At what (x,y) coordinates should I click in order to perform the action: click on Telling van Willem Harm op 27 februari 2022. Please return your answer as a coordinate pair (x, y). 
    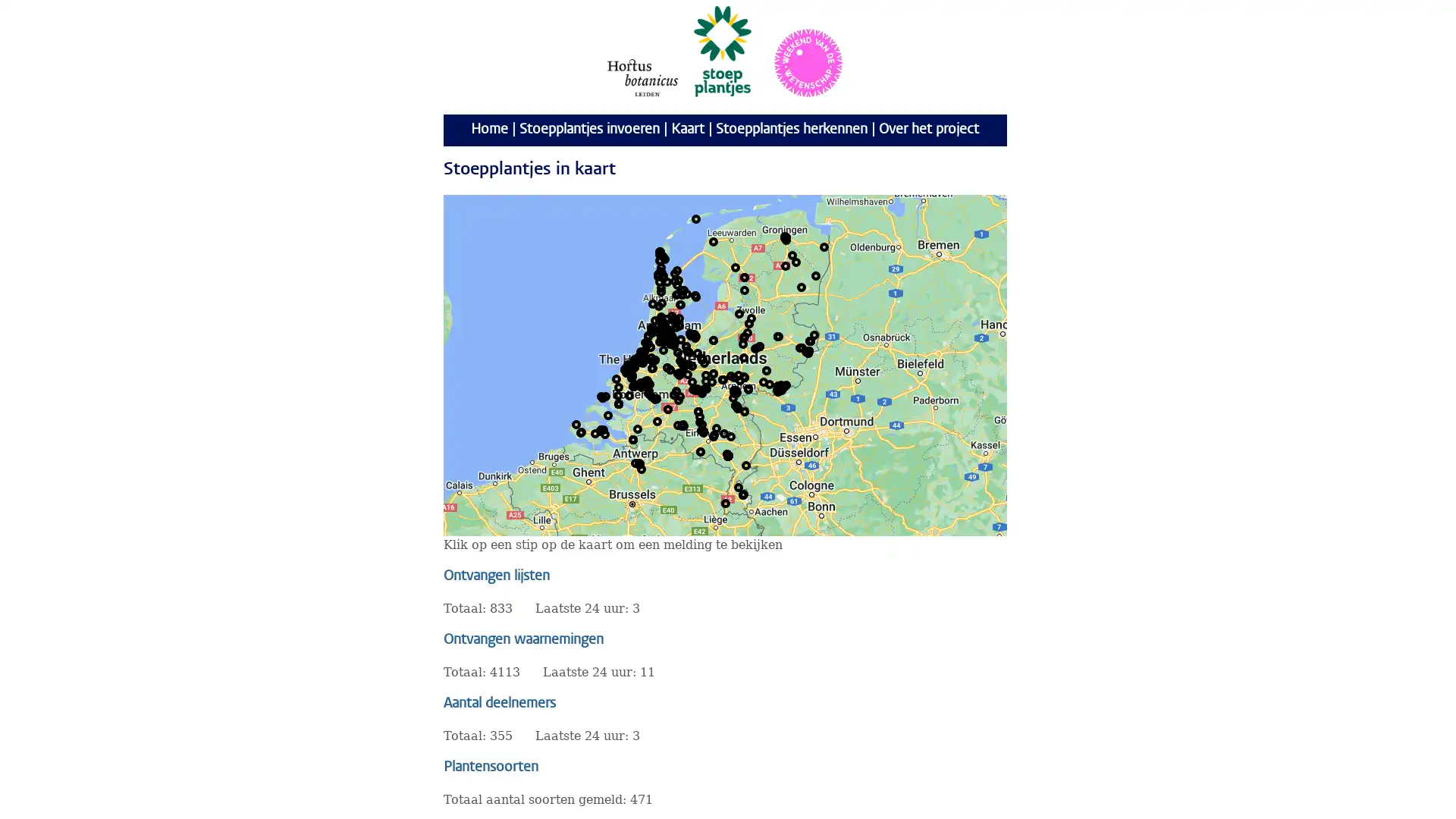
    Looking at the image, I should click on (650, 382).